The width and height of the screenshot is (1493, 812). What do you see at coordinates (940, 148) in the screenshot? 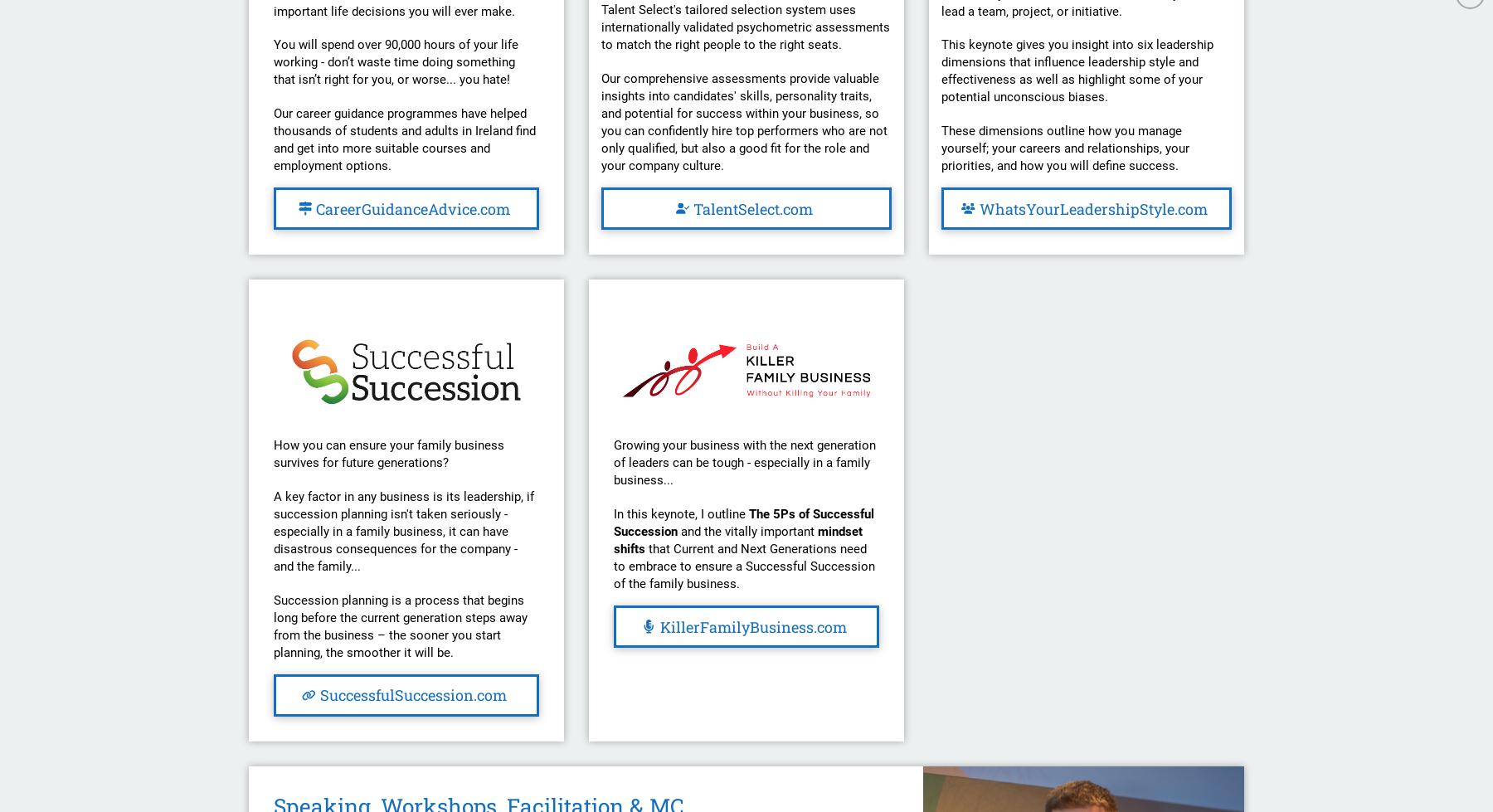
I see `'These dimensions outline how you manage yourself; your careers and relationships, your priorities, and how you will define success.'` at bounding box center [940, 148].